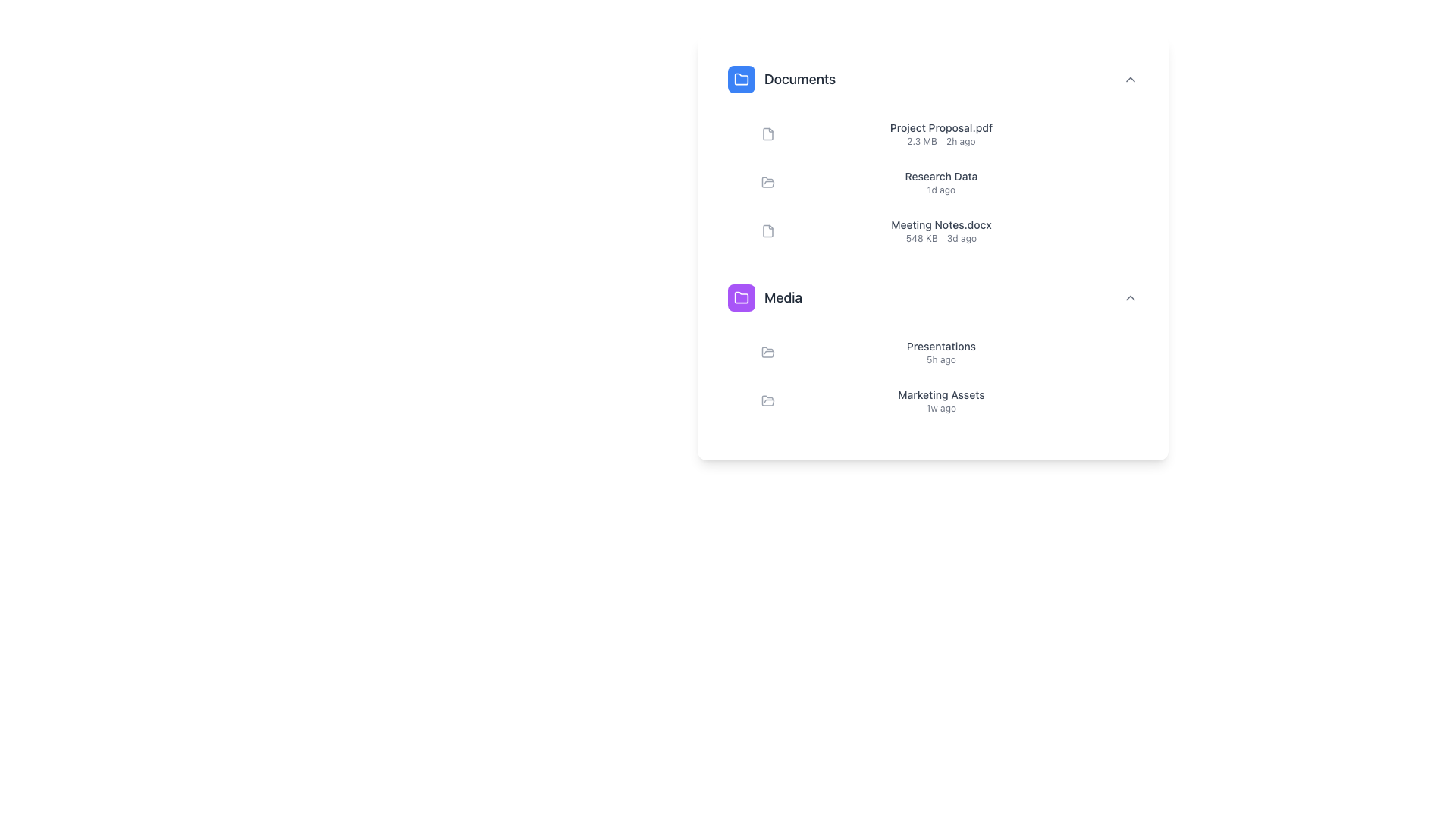 This screenshot has height=819, width=1456. Describe the element at coordinates (940, 408) in the screenshot. I see `the static text label indicating the relative time since the last modification or creation of the 'Marketing Assets' folder, located below the 'Marketing Assets' text in the 'Media' section` at that location.